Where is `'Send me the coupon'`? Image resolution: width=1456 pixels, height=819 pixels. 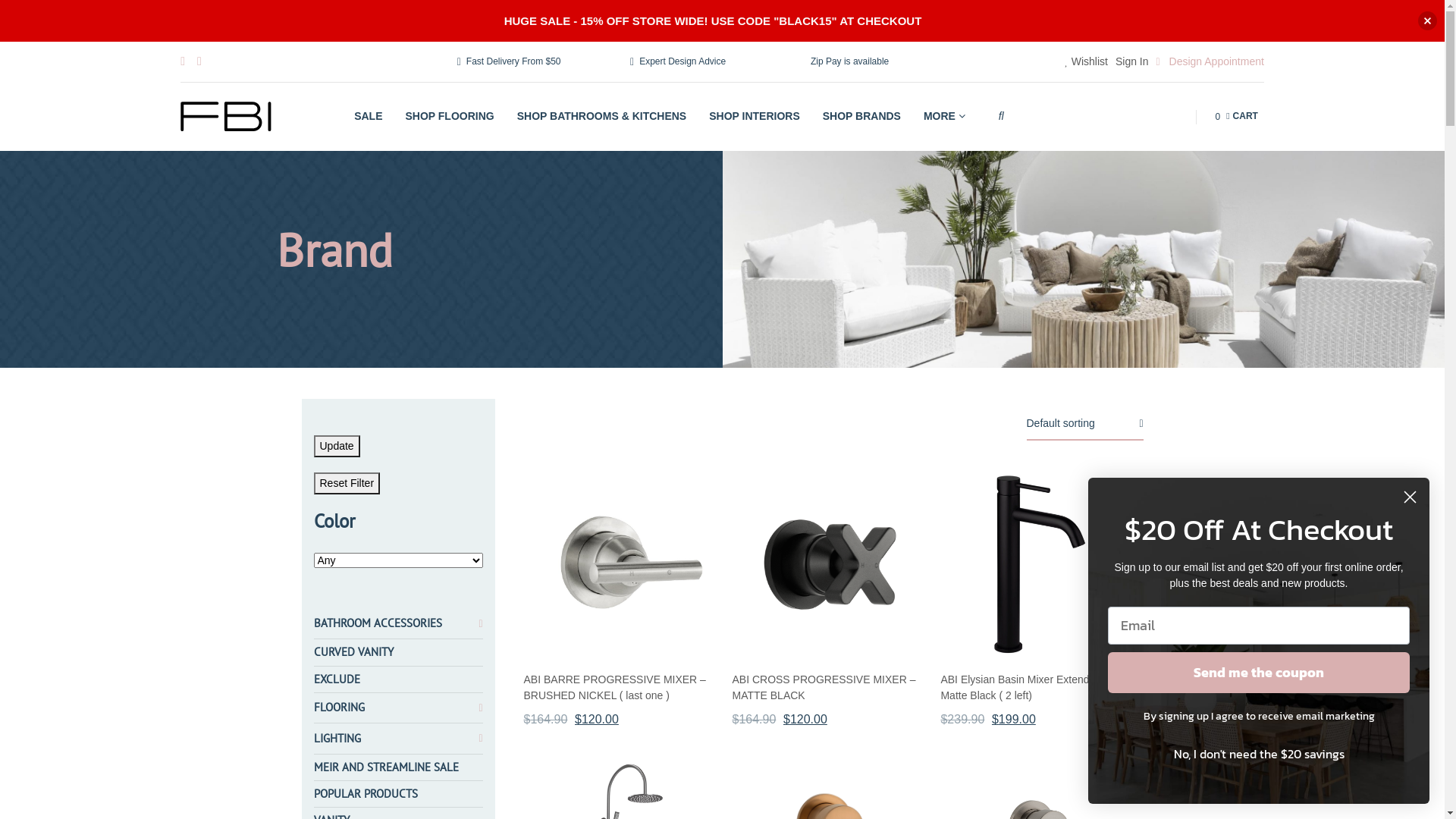
'Send me the coupon' is located at coordinates (1259, 672).